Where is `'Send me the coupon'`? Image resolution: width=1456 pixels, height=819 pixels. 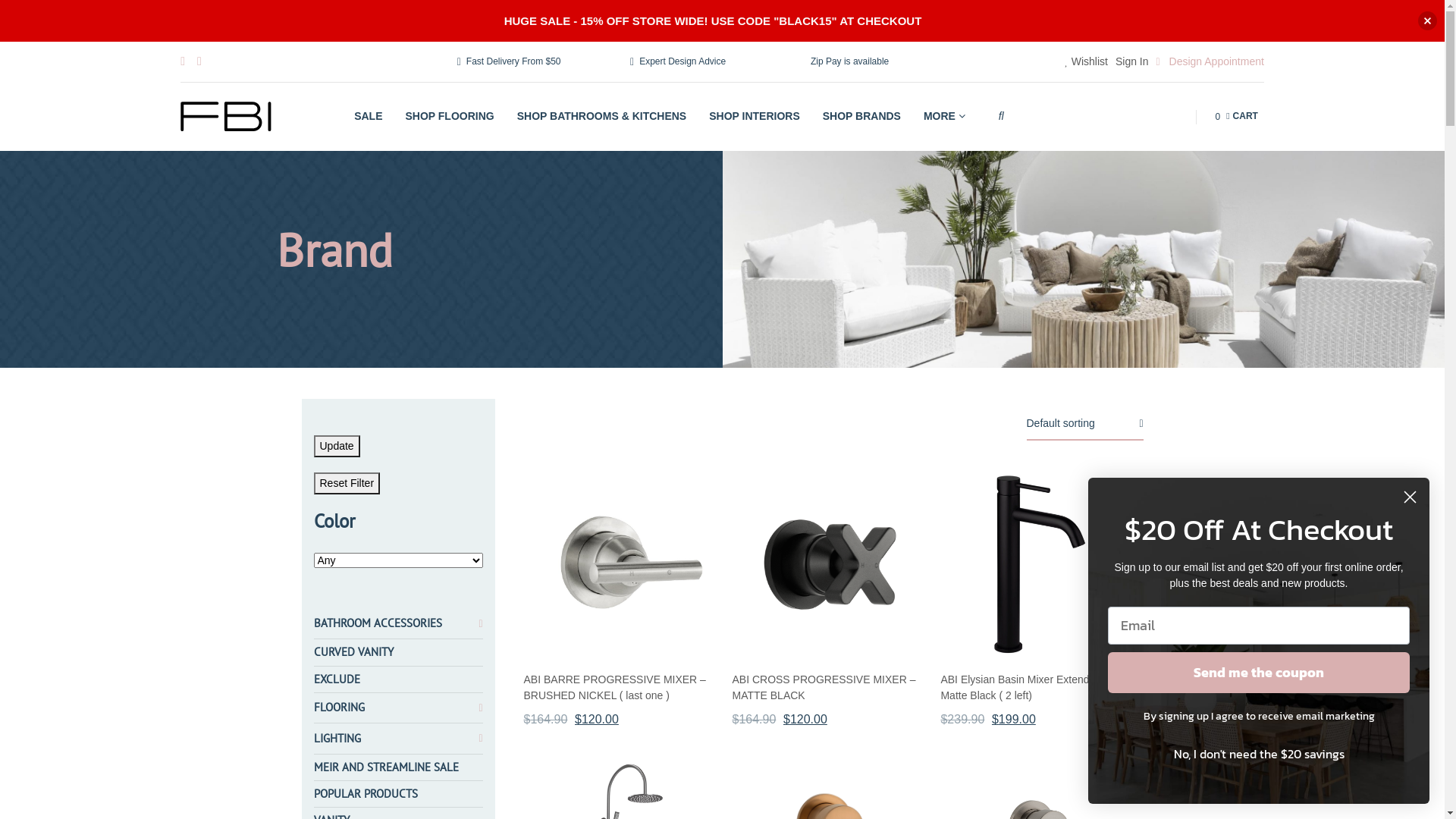
'Send me the coupon' is located at coordinates (1259, 672).